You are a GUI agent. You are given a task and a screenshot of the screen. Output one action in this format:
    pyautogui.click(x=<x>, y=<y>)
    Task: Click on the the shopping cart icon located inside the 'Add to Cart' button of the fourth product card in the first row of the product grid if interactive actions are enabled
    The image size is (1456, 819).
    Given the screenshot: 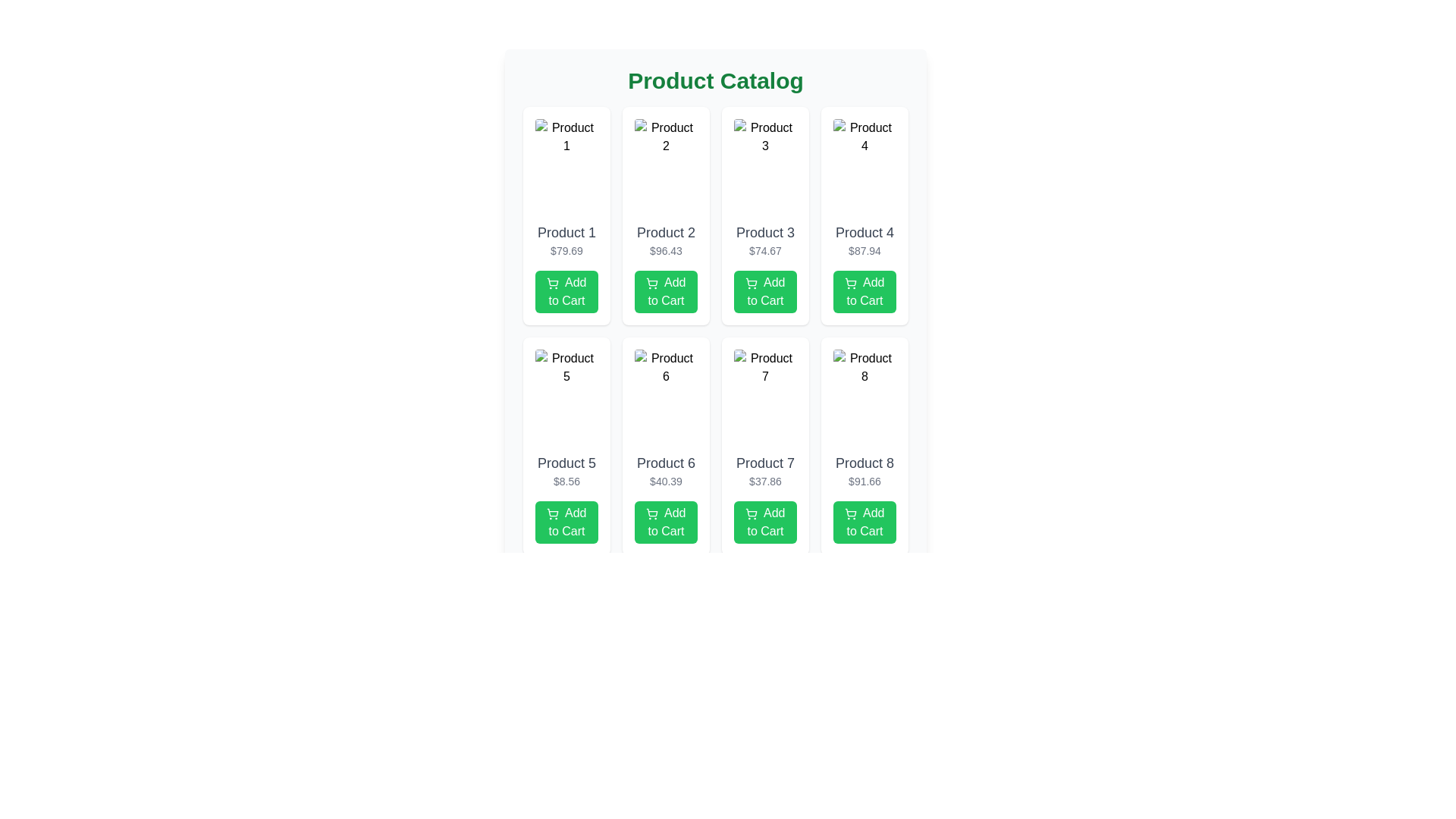 What is the action you would take?
    pyautogui.click(x=851, y=283)
    